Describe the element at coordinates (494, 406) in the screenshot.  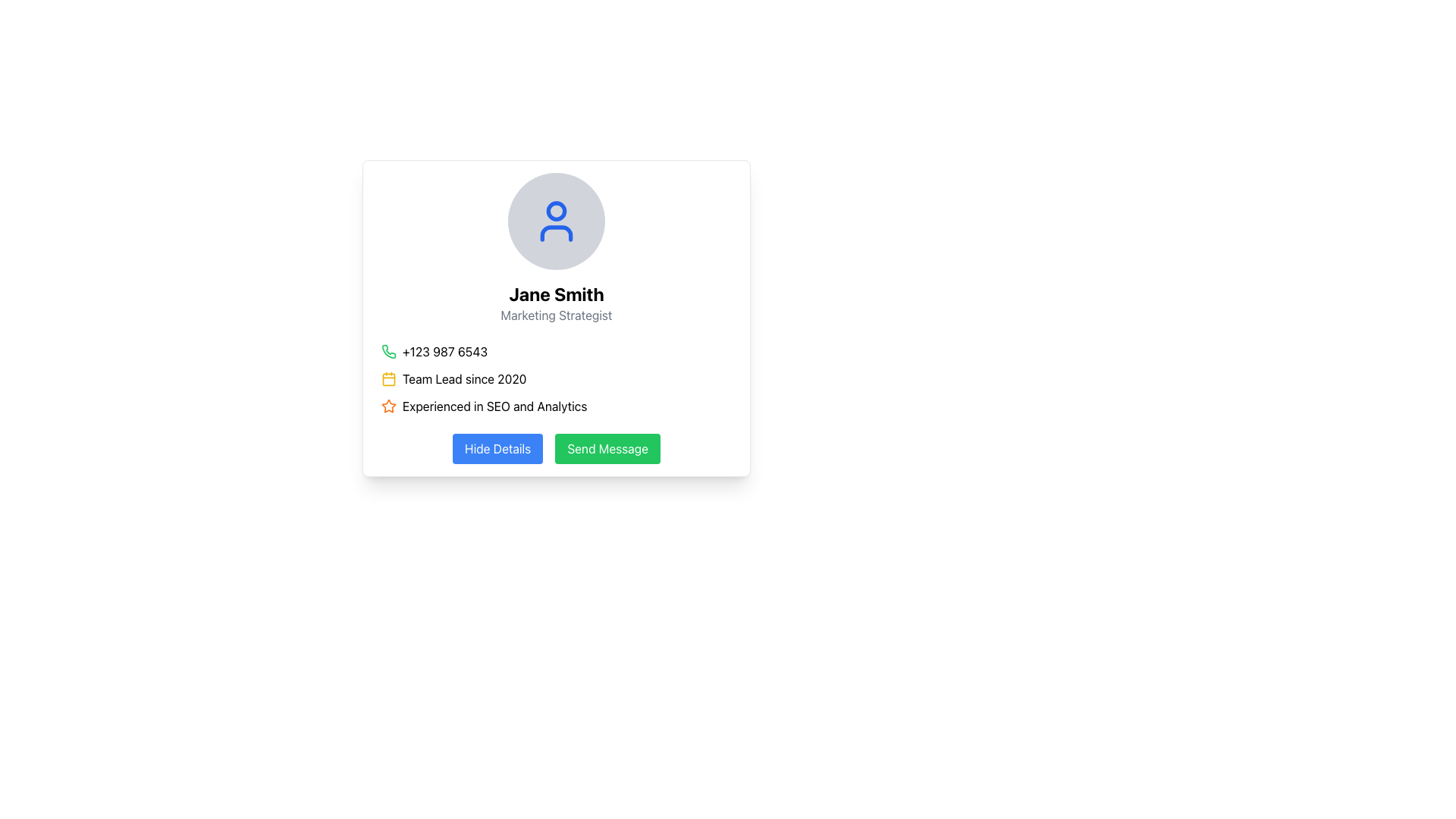
I see `the Text Label displaying 'Experienced in SEO and Analytics', located below 'Team Lead since 2020' and to the right of an orange star icon` at that location.